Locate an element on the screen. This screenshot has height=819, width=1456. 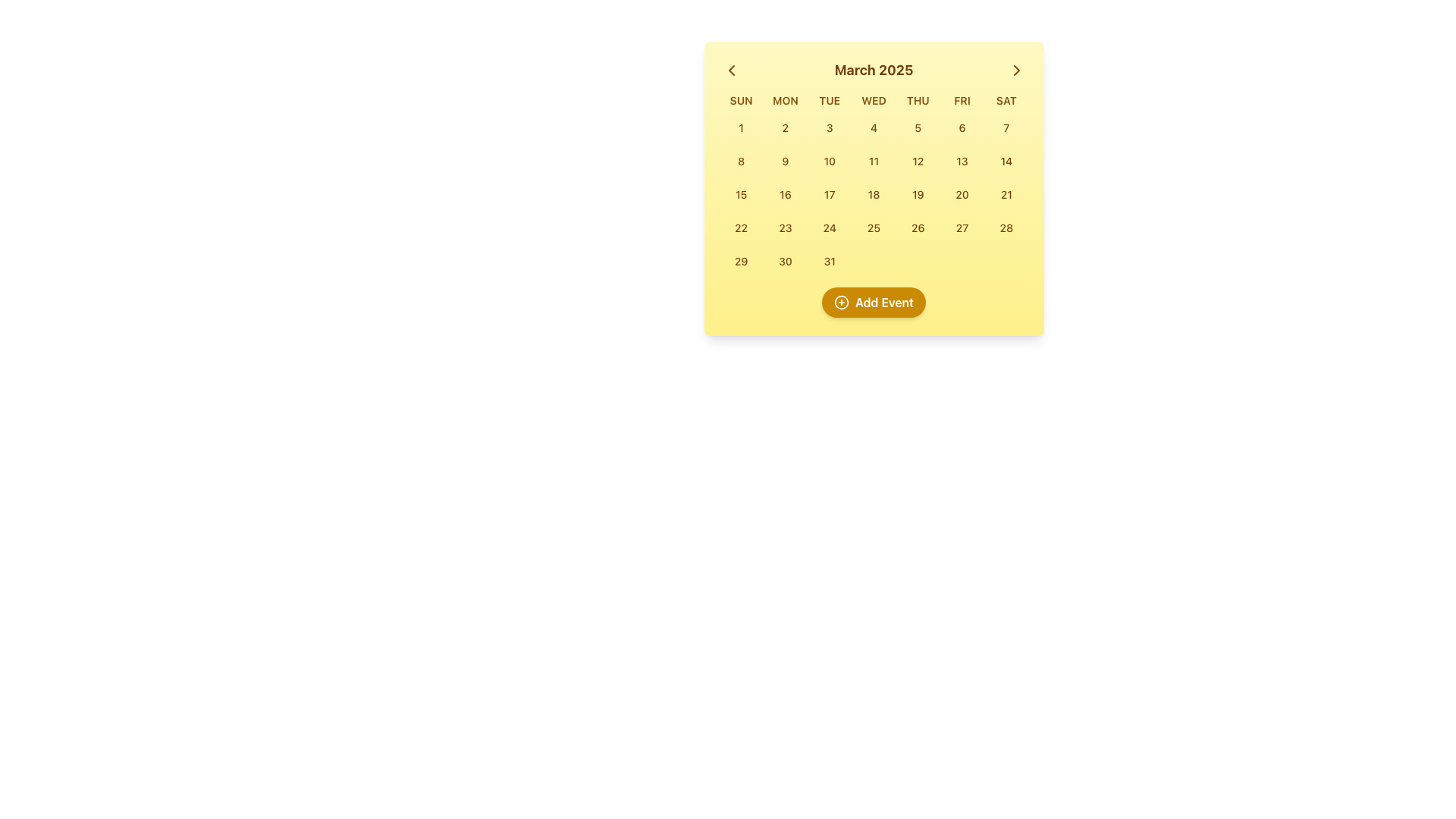
the calendar date text element located in the fourth week of March 2025, specifically in the Thursday column is located at coordinates (917, 227).